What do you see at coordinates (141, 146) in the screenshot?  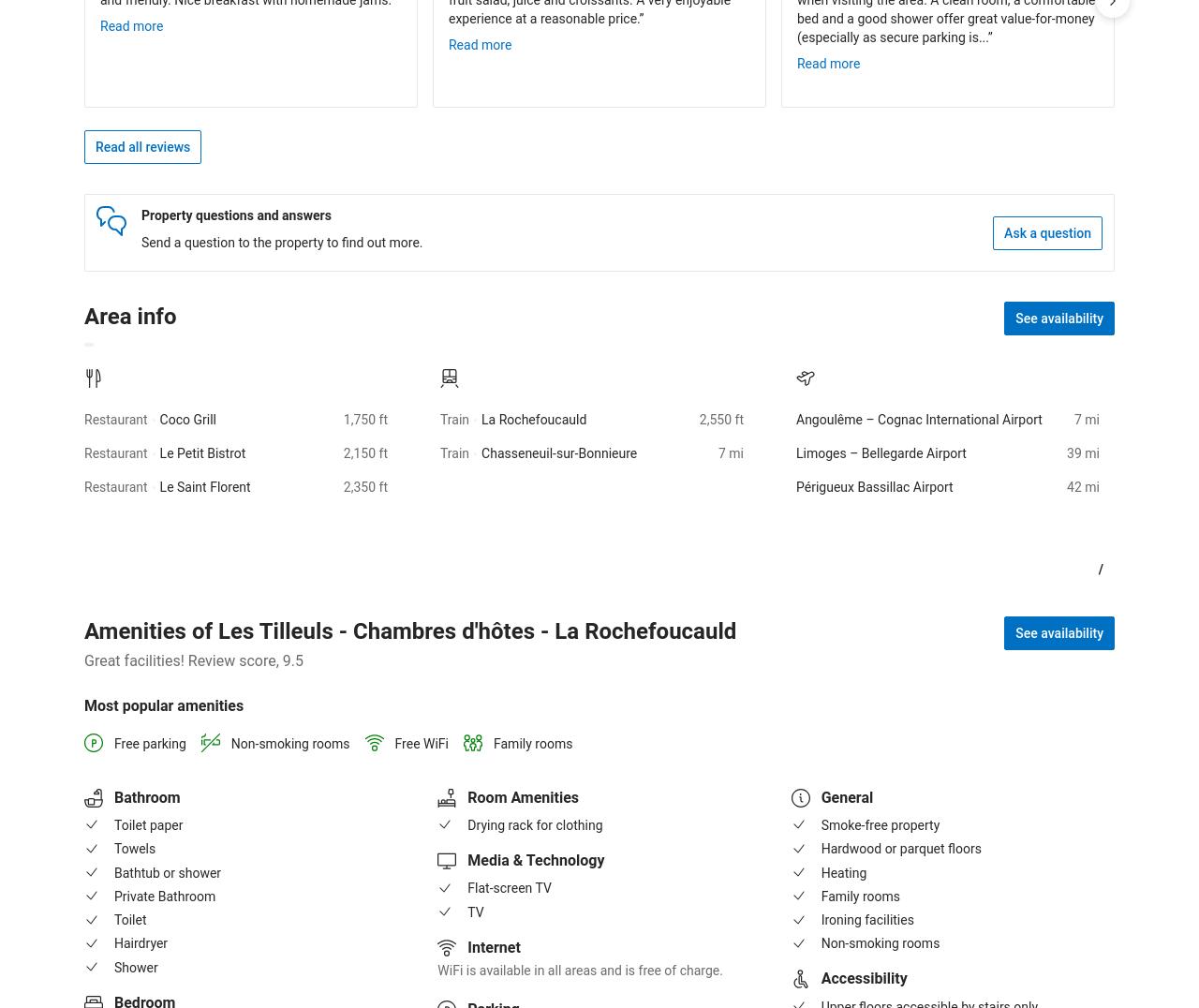 I see `'Read all reviews'` at bounding box center [141, 146].